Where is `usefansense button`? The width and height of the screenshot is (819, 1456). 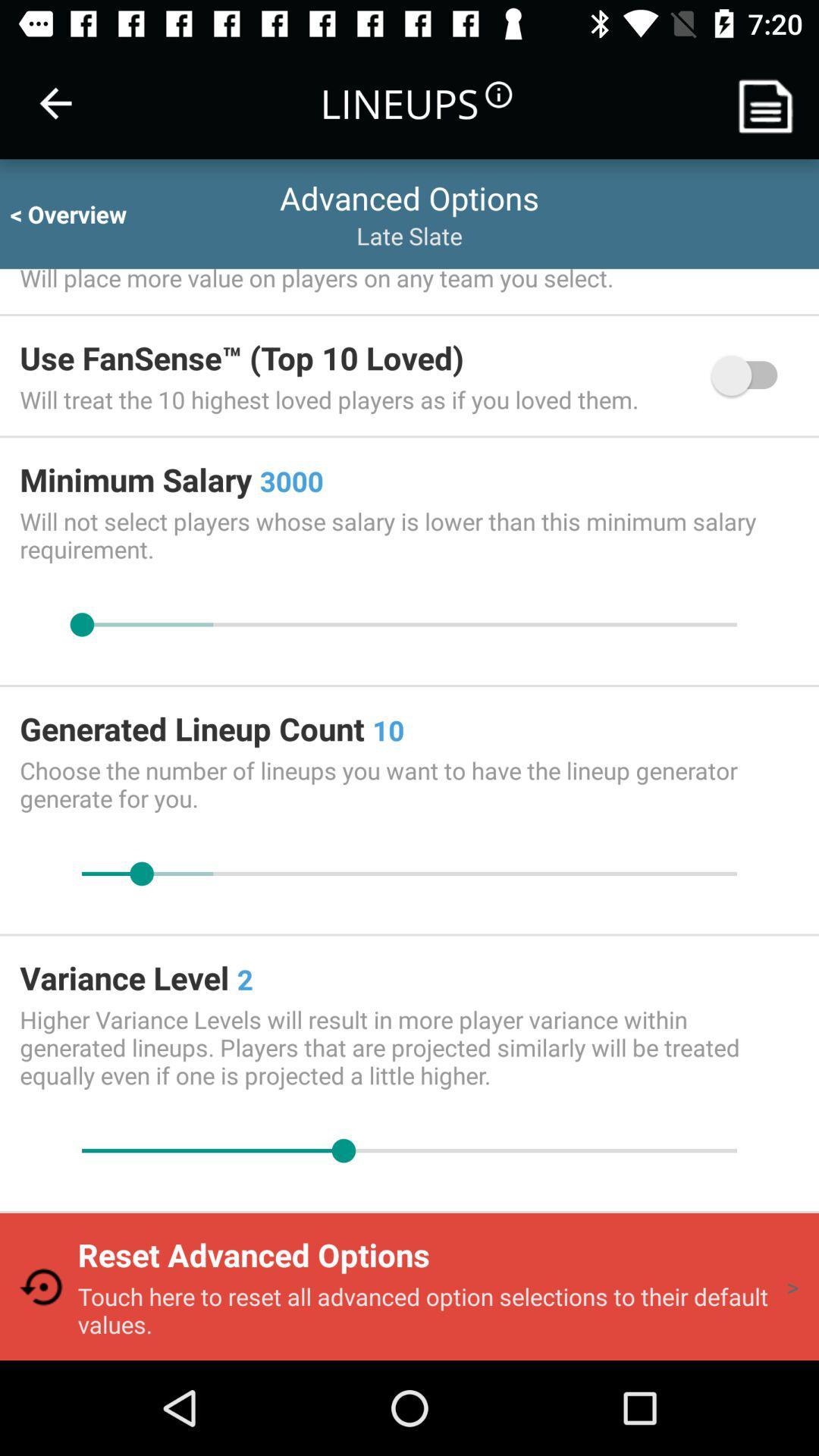
usefansense button is located at coordinates (752, 375).